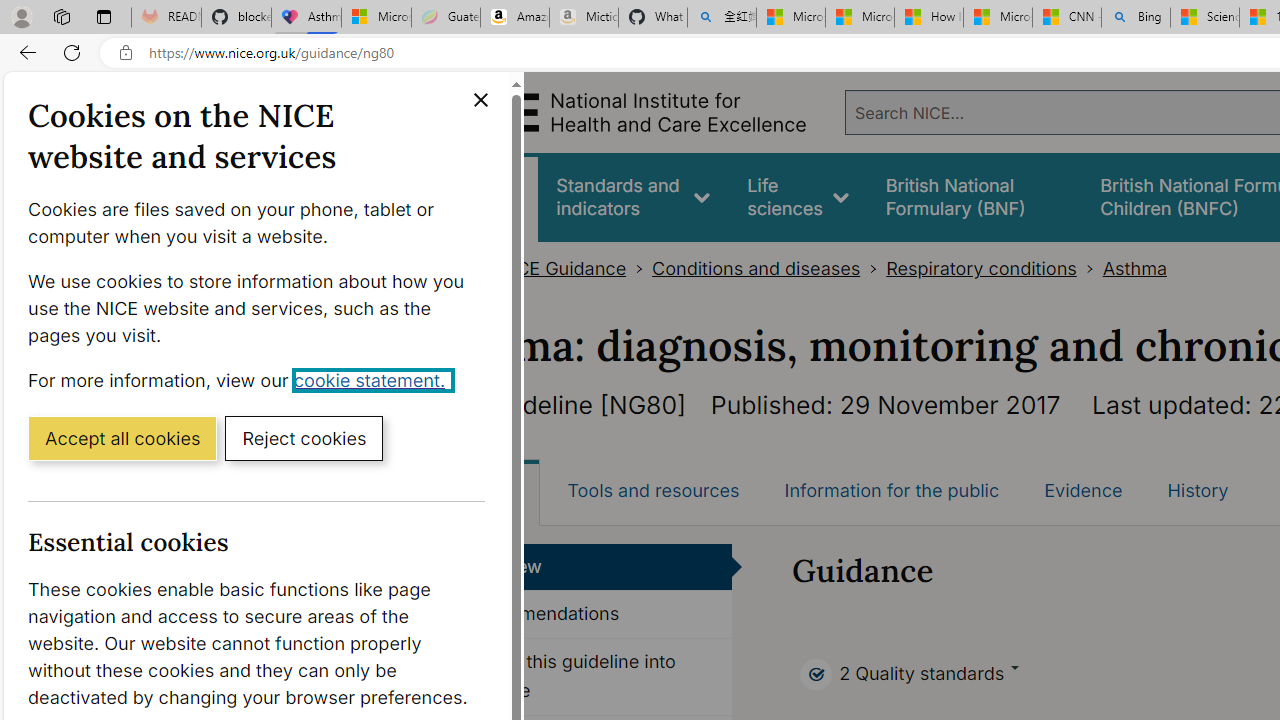 This screenshot has width=1280, height=720. I want to click on 'Accept all cookies', so click(121, 436).